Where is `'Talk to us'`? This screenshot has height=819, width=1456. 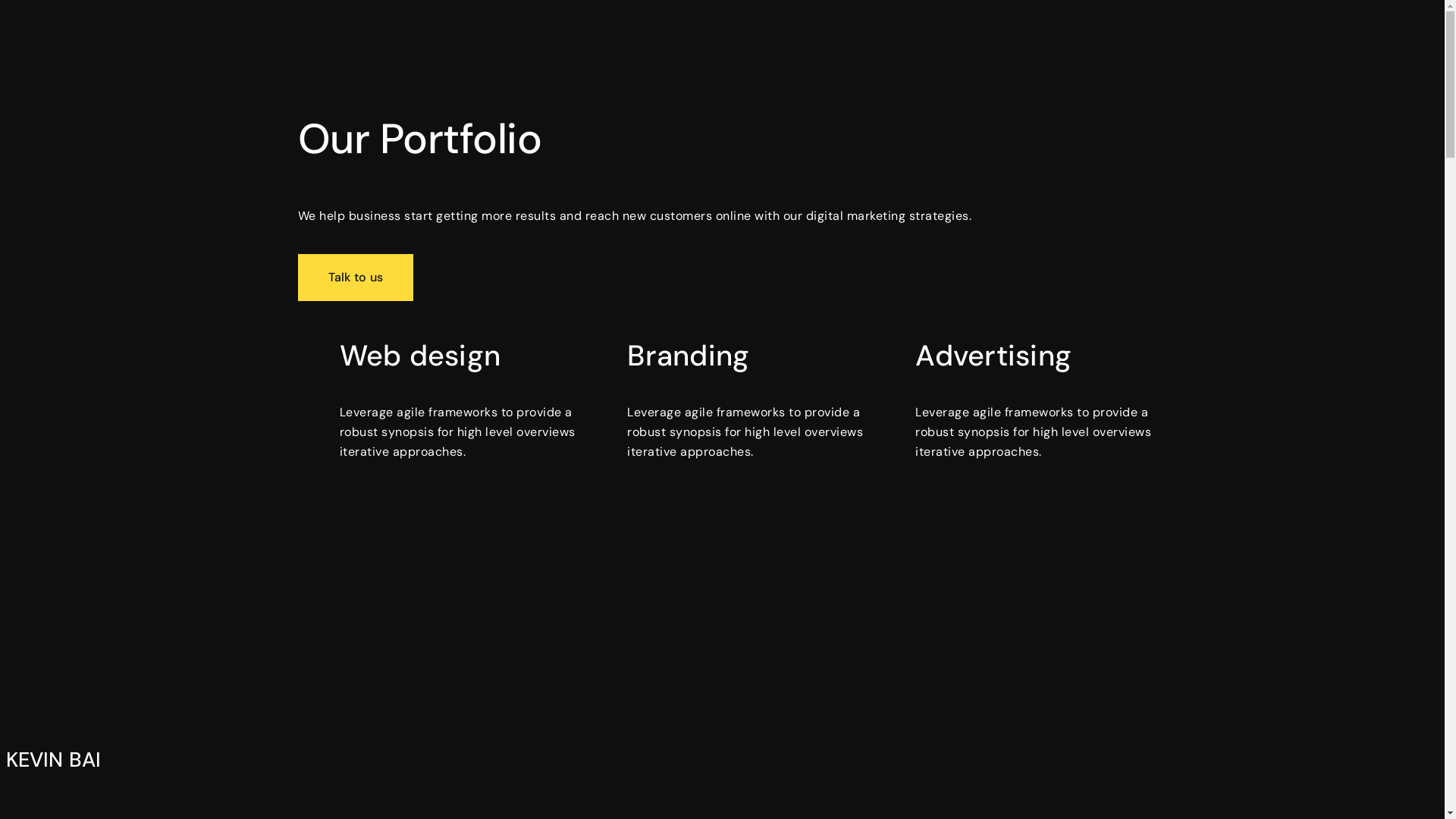 'Talk to us' is located at coordinates (297, 278).